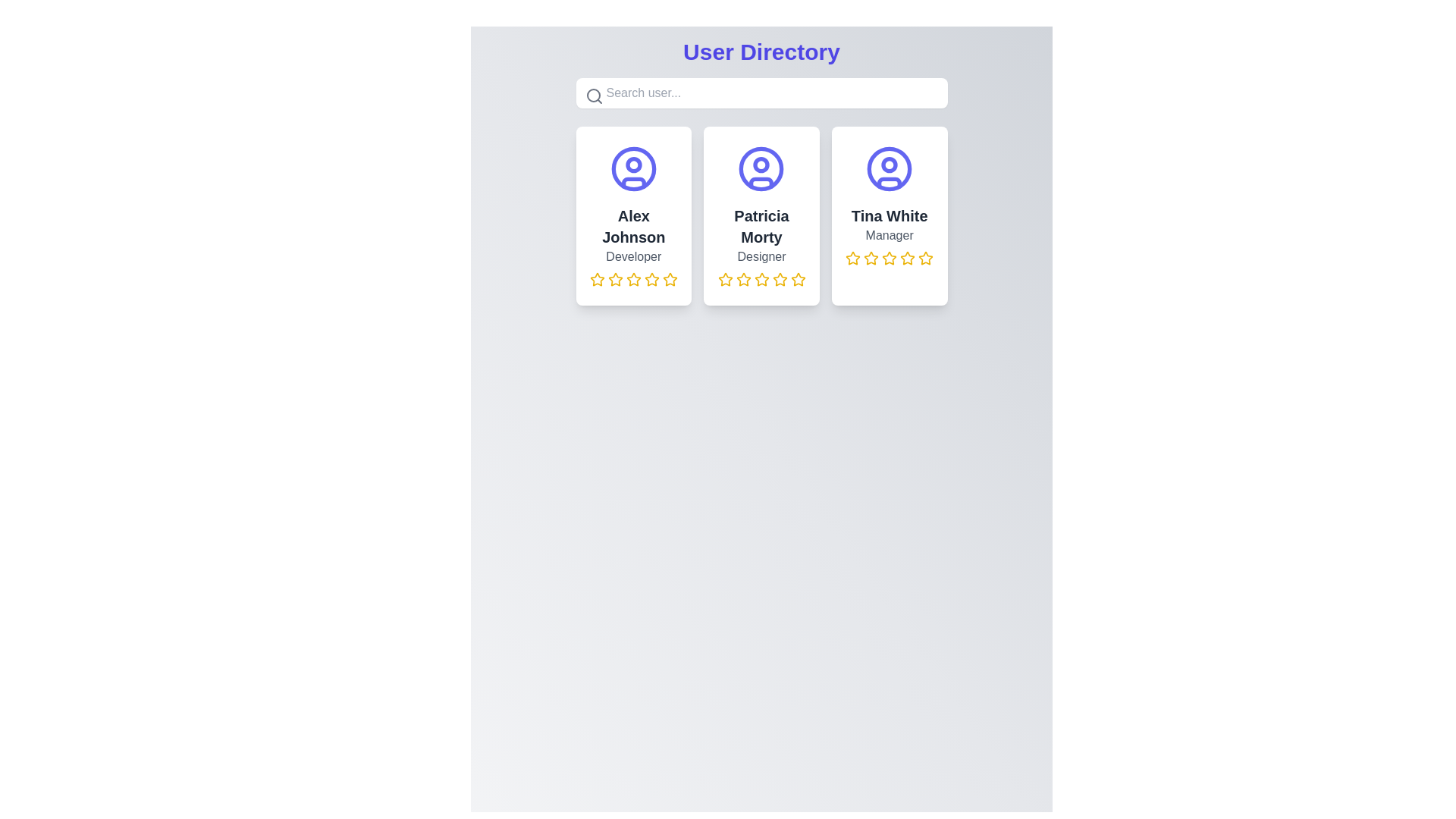  Describe the element at coordinates (615, 279) in the screenshot. I see `the leftmost rating star icon beneath the name 'Alex Johnson' to provide a rating` at that location.